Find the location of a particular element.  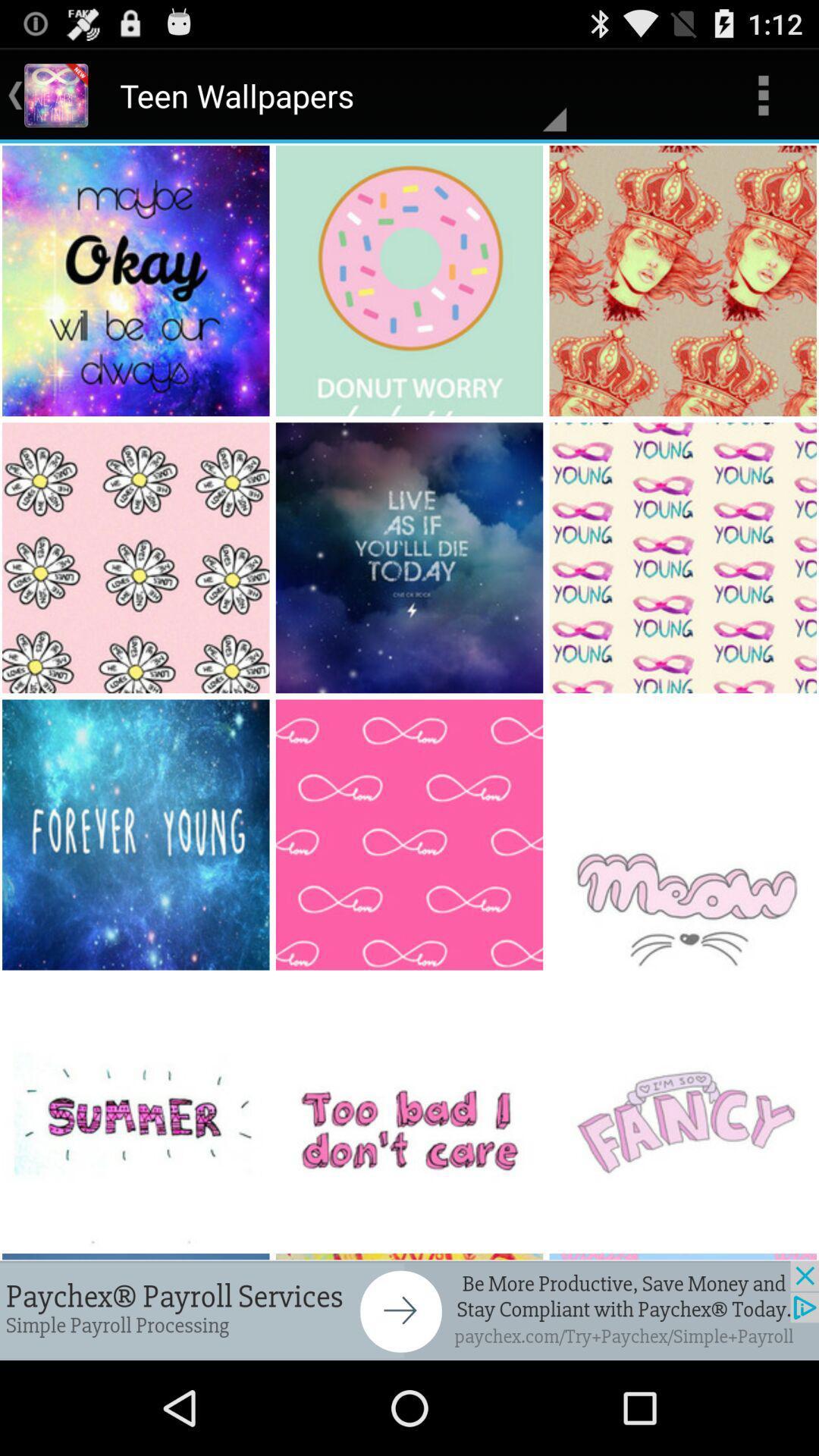

the fifth image is located at coordinates (410, 557).